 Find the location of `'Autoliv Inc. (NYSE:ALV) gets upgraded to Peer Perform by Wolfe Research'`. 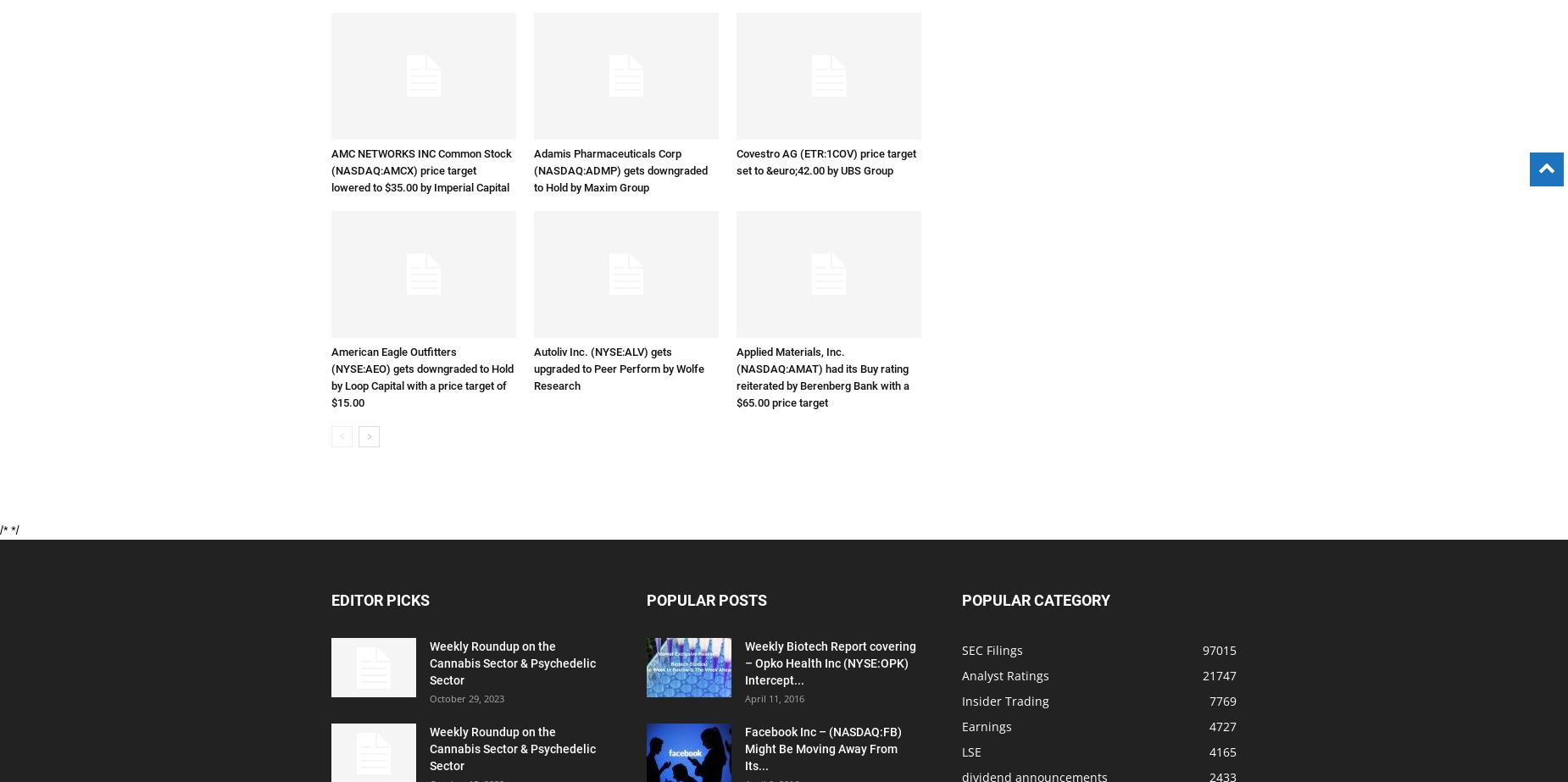

'Autoliv Inc. (NYSE:ALV) gets upgraded to Peer Perform by Wolfe Research' is located at coordinates (619, 369).